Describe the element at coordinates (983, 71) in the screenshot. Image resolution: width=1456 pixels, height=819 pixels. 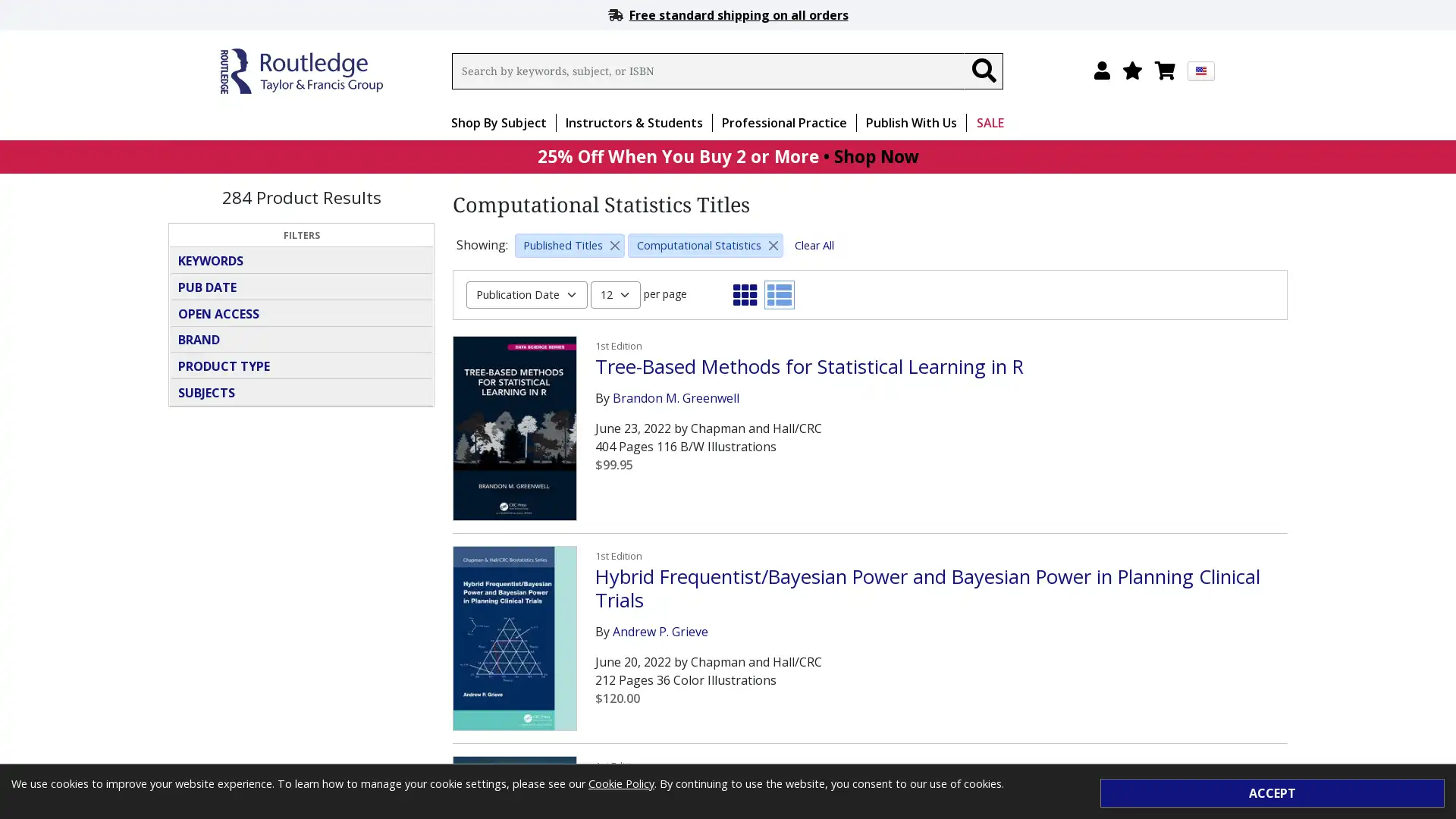
I see `Search` at that location.